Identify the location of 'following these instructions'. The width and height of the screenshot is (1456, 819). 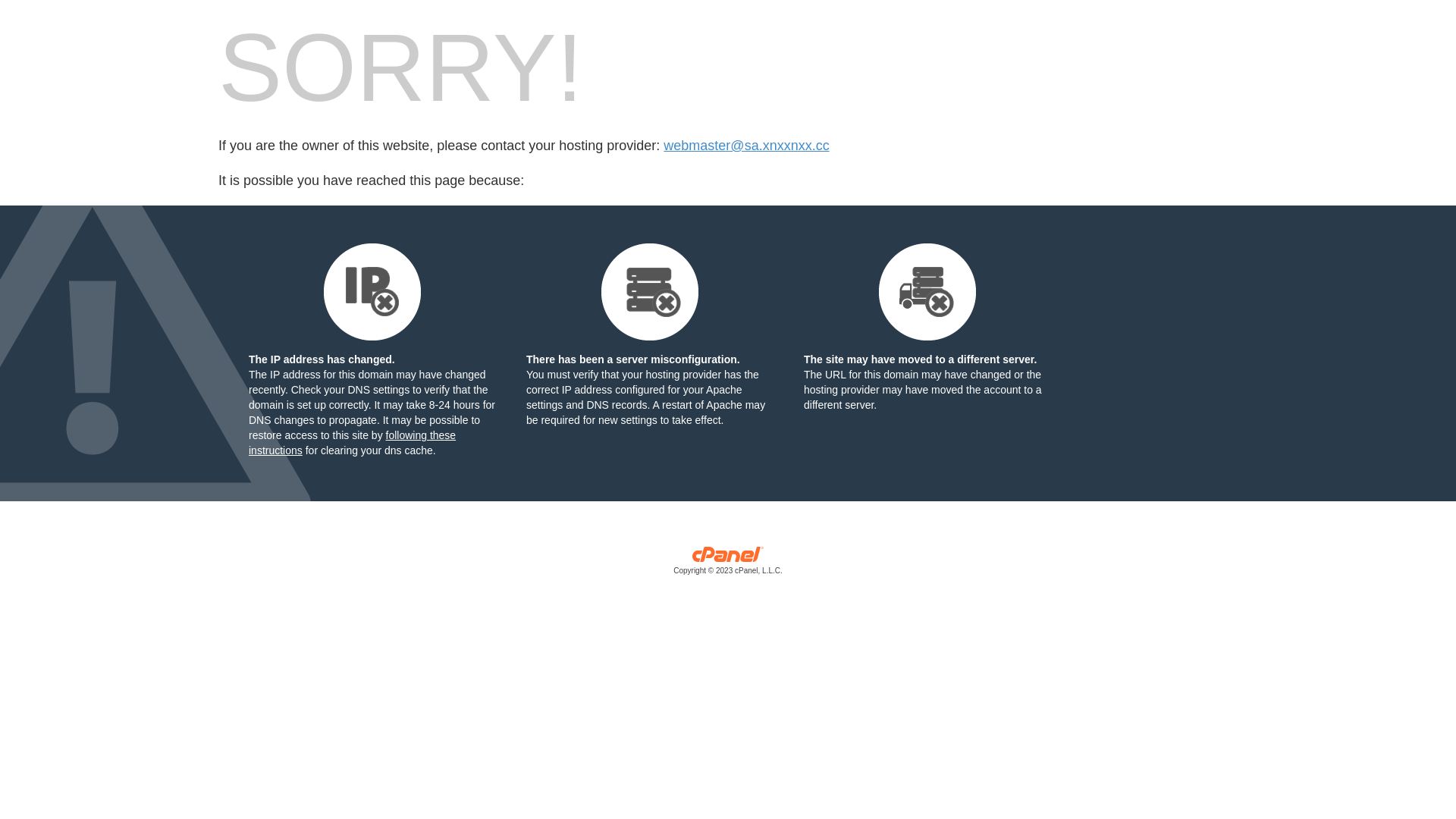
(351, 442).